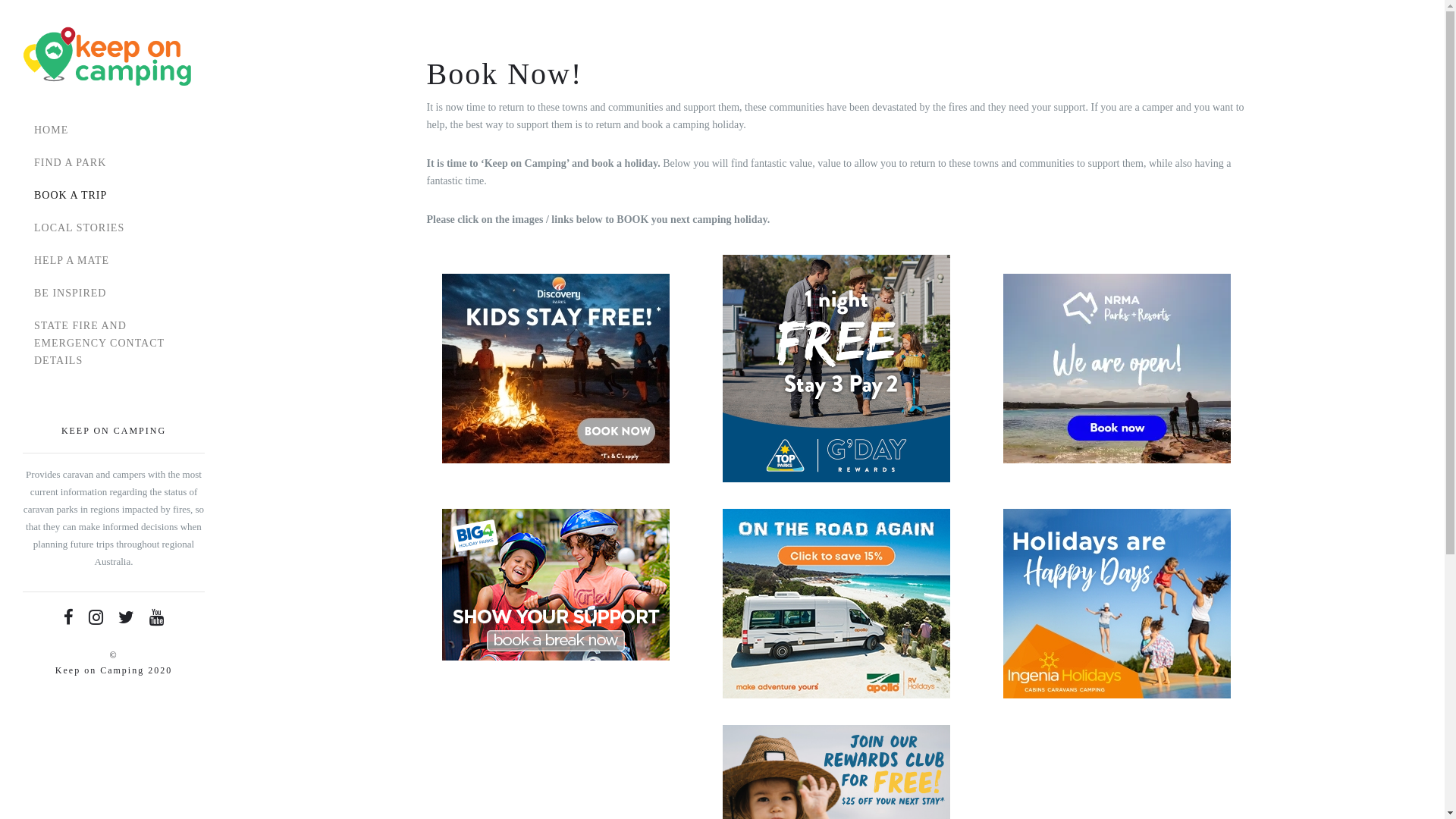 This screenshot has width=1456, height=819. I want to click on 'Facebook', so click(57, 617).